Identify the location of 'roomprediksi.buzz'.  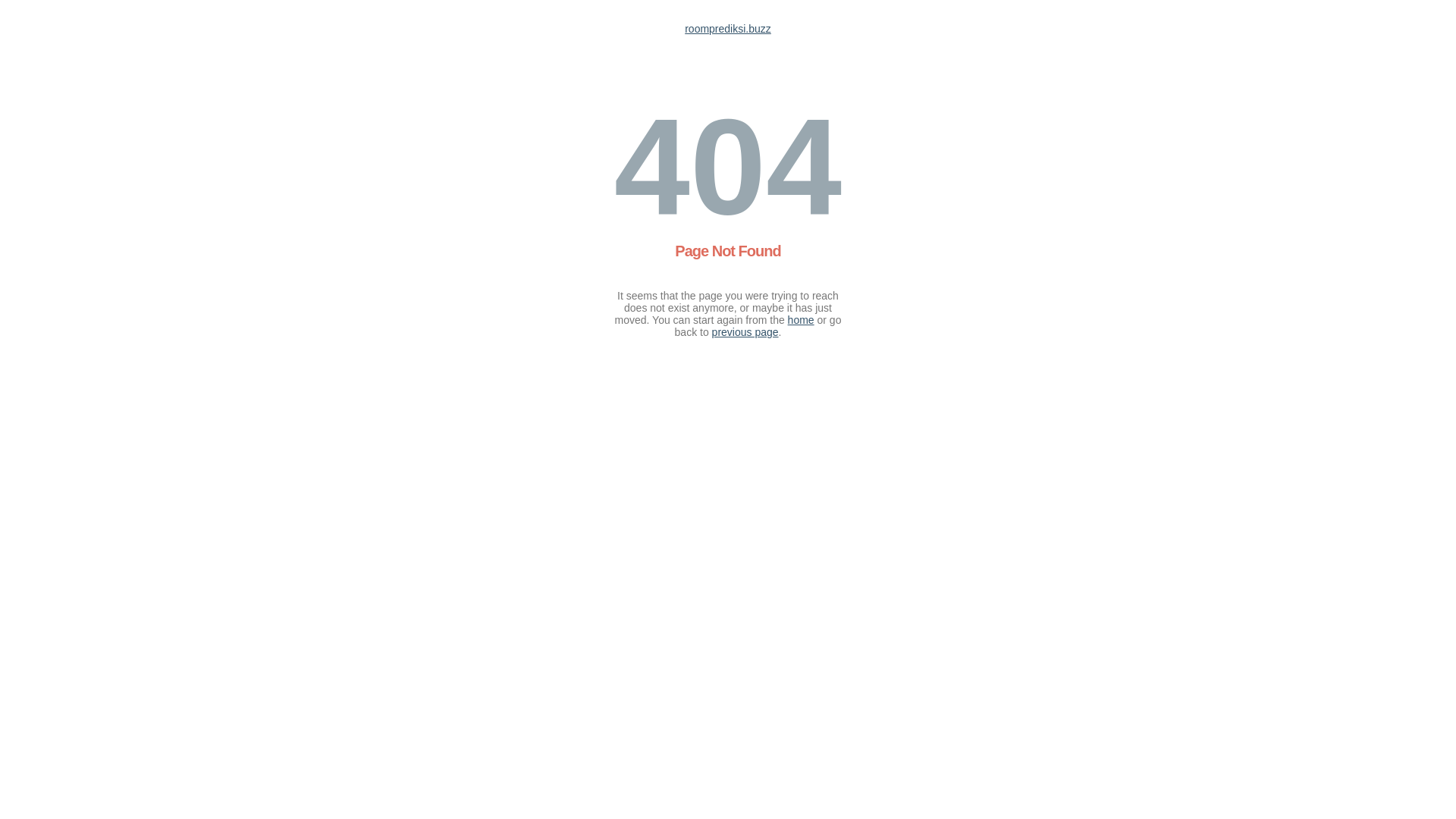
(728, 29).